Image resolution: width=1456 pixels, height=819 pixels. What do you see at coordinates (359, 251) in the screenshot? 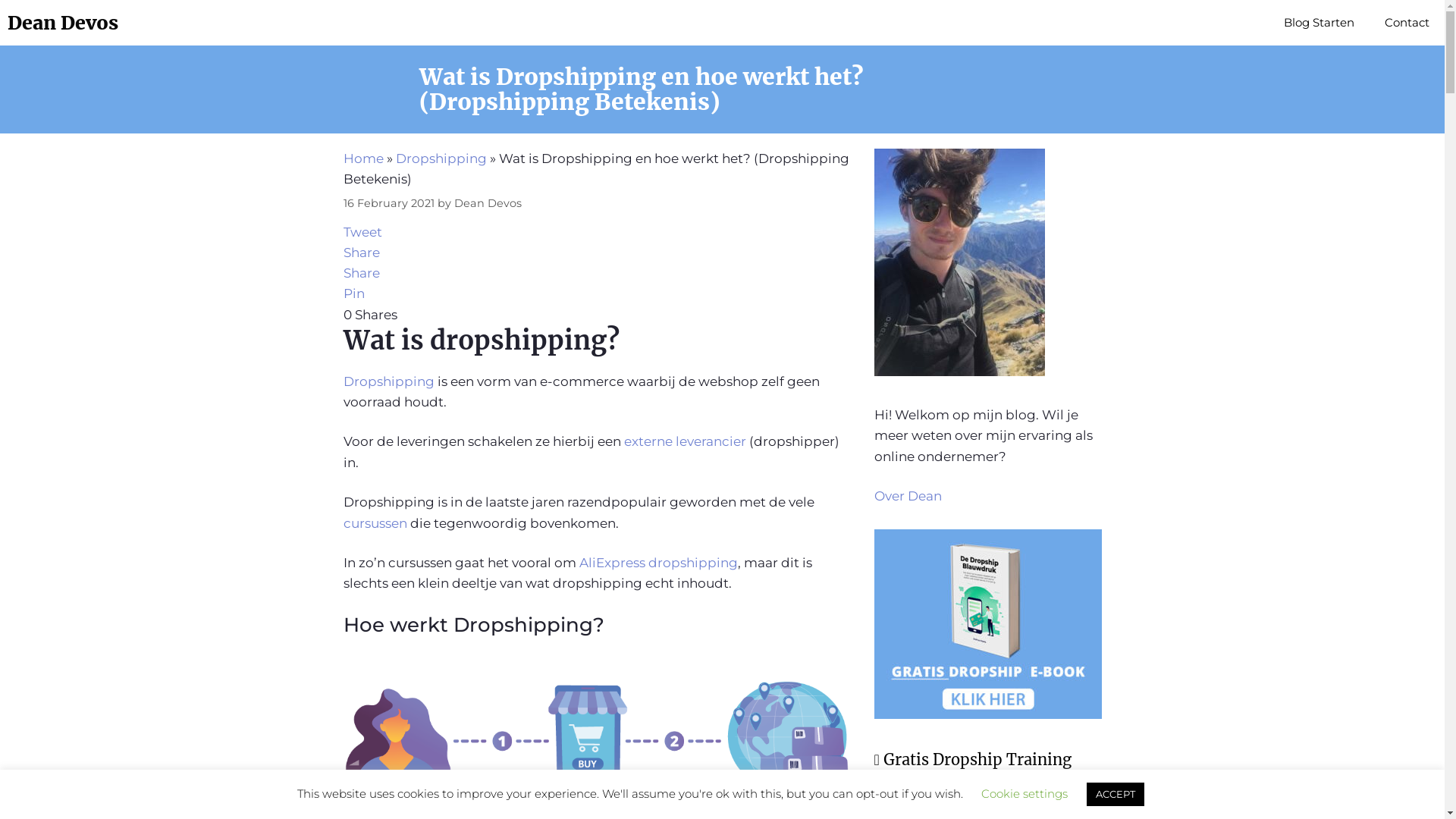
I see `'Share'` at bounding box center [359, 251].